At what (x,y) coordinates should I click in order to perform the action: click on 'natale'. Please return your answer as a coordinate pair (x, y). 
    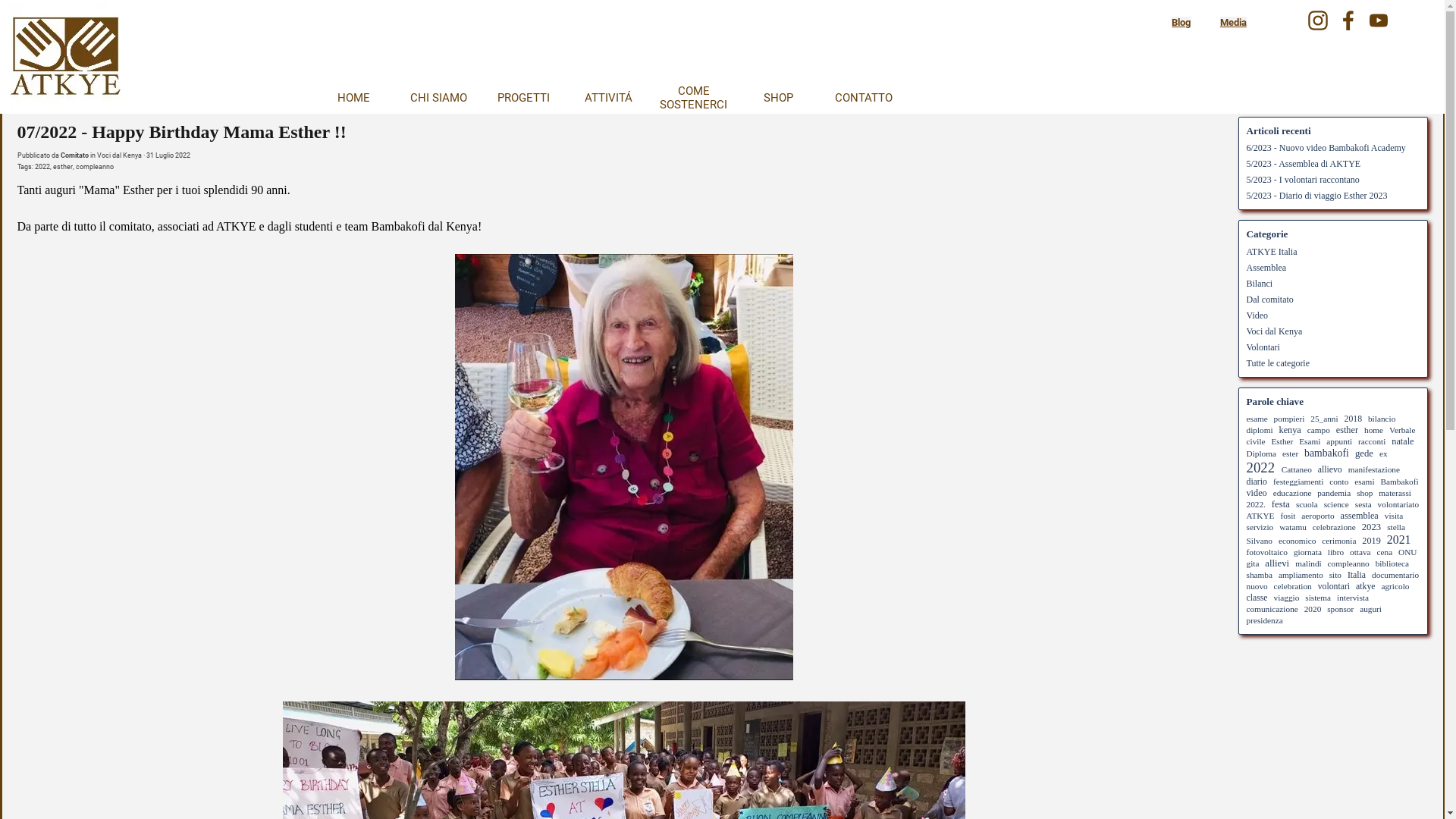
    Looking at the image, I should click on (1401, 441).